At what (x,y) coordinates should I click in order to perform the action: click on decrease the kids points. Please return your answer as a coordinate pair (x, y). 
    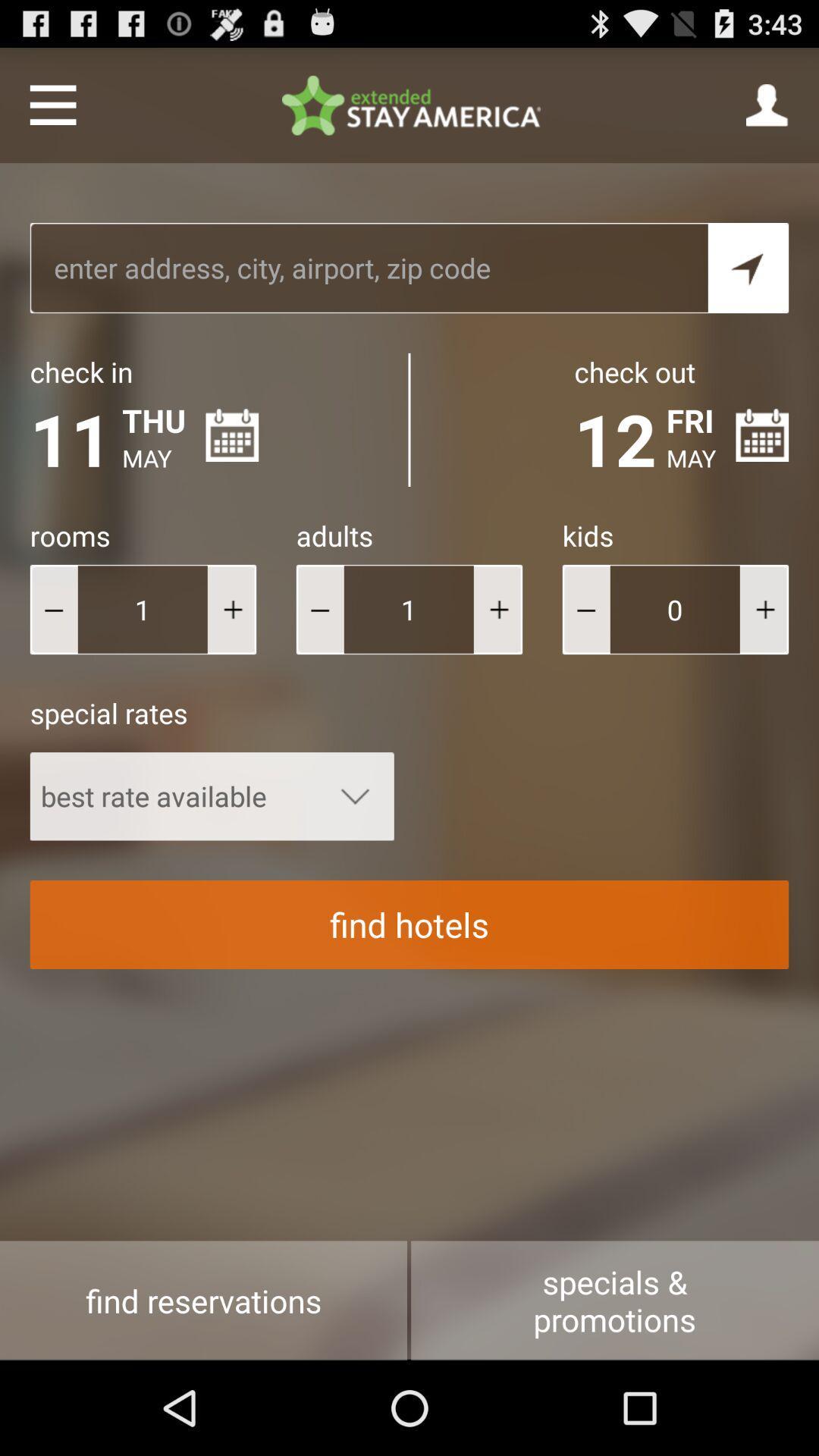
    Looking at the image, I should click on (585, 609).